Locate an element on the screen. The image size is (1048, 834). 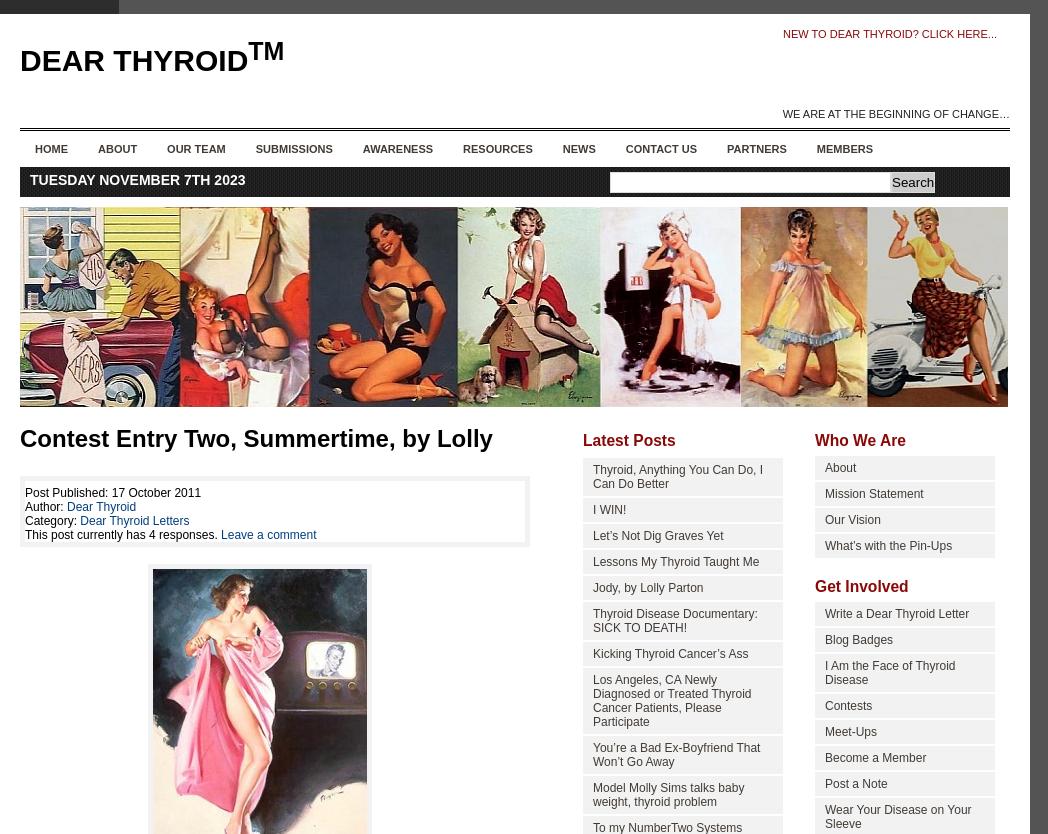
'New to Dear Thyroid? Click here...' is located at coordinates (888, 34).